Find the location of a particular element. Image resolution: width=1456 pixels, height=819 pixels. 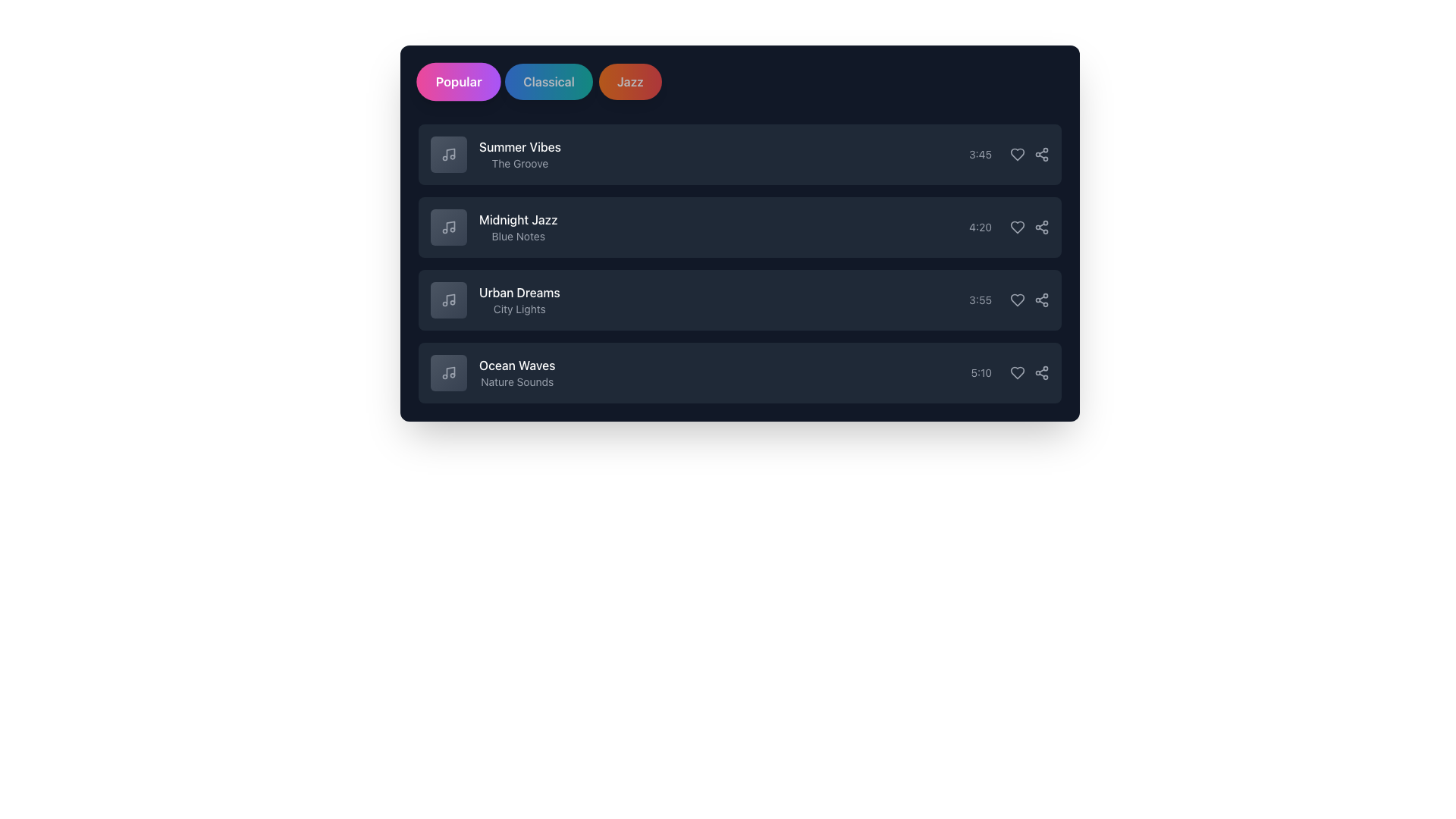

the rounded square icon with a gradient background and a white music note, located is located at coordinates (447, 300).